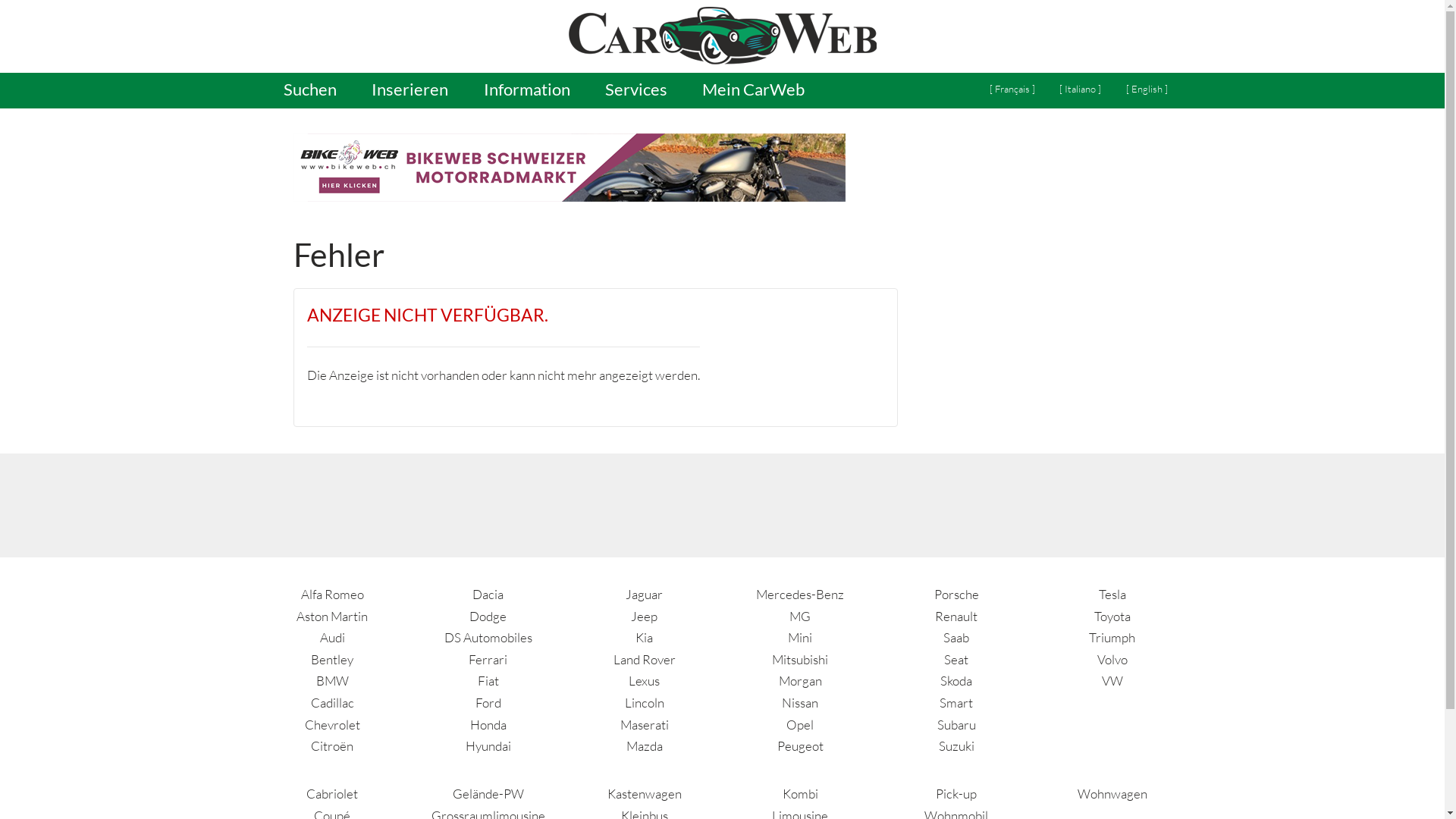 The image size is (1456, 819). What do you see at coordinates (1112, 792) in the screenshot?
I see `'Wohnwagen'` at bounding box center [1112, 792].